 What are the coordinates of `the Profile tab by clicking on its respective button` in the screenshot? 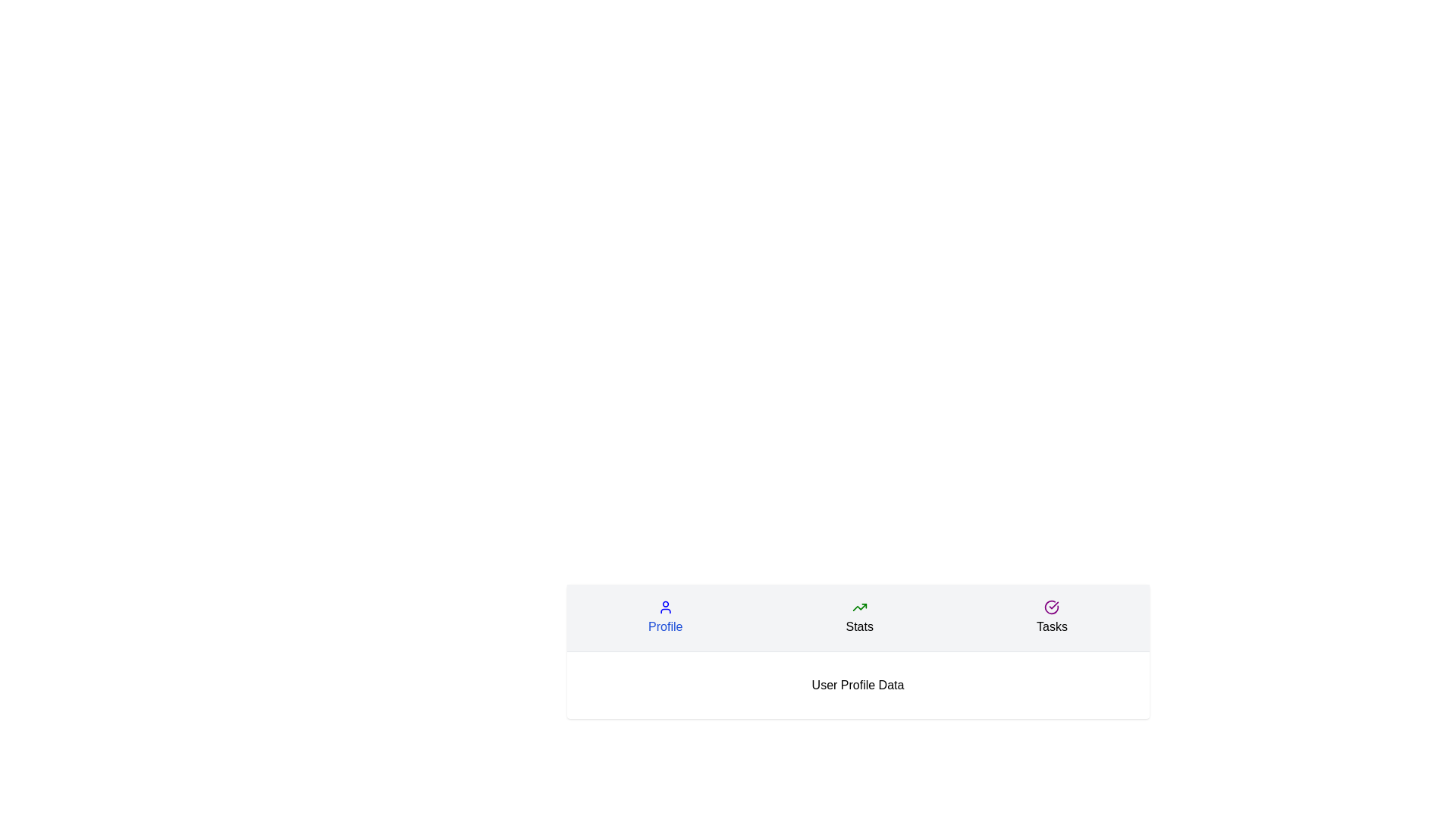 It's located at (665, 617).